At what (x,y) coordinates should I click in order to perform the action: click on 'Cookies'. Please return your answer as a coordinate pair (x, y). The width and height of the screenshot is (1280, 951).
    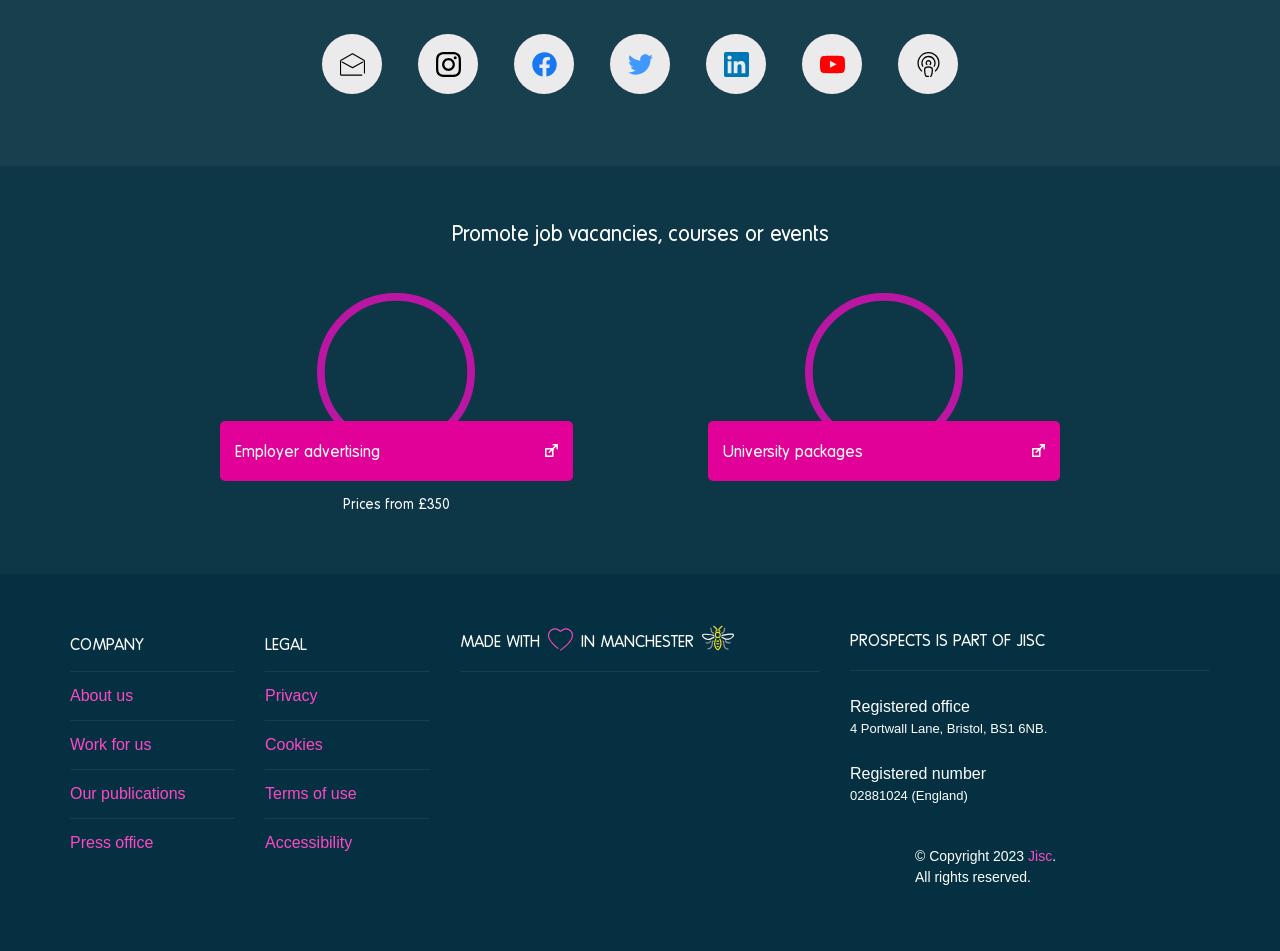
    Looking at the image, I should click on (292, 742).